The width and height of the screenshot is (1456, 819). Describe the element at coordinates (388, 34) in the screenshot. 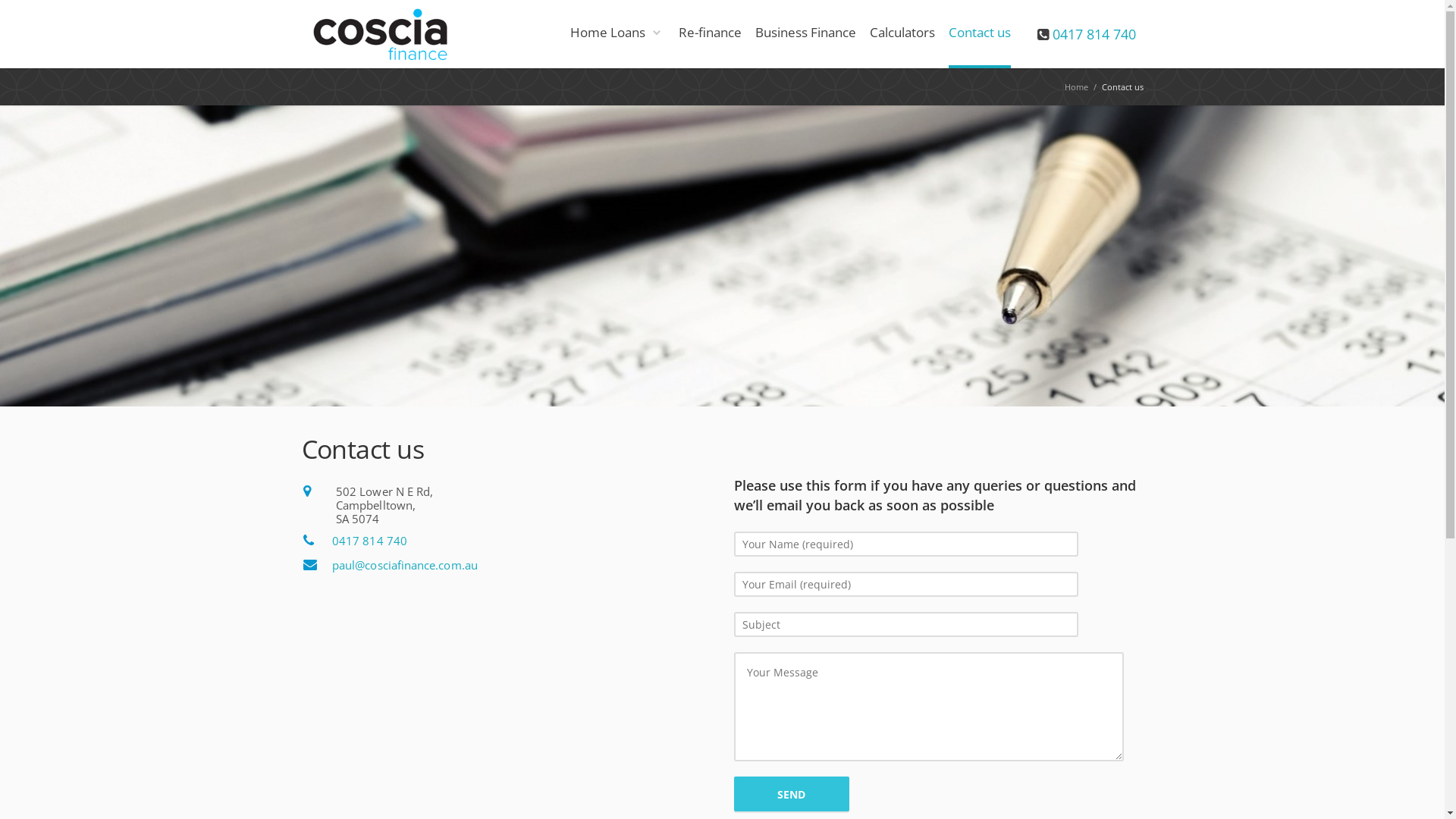

I see `'coscia finance'` at that location.